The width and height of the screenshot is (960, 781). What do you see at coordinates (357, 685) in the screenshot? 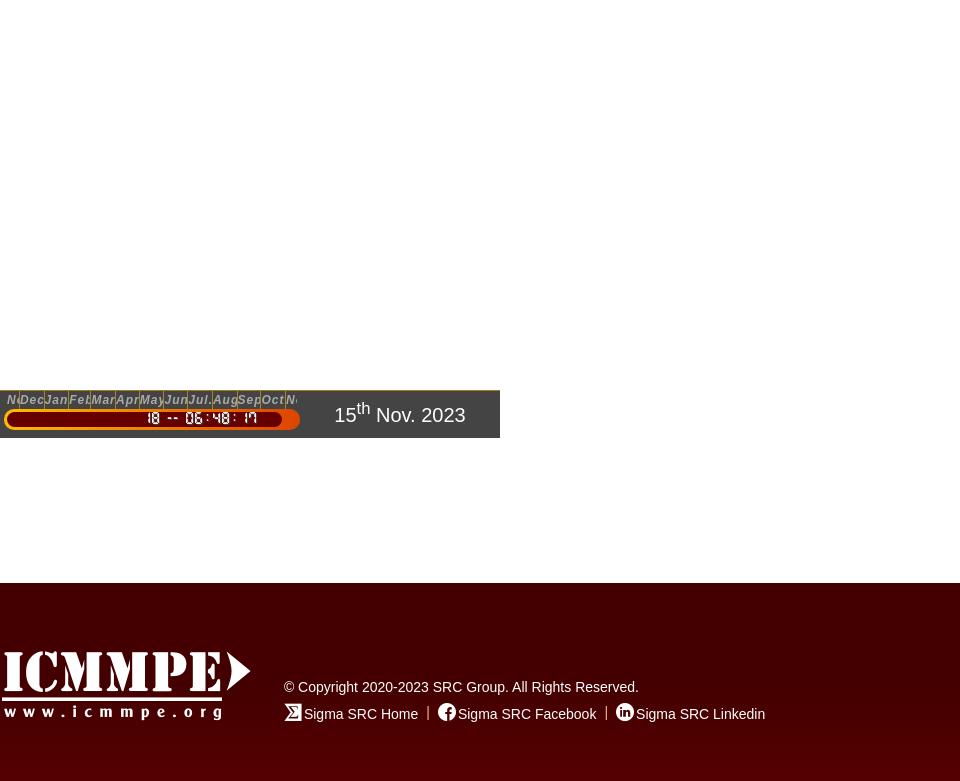
I see `'© Copyright 2020-2023'` at bounding box center [357, 685].